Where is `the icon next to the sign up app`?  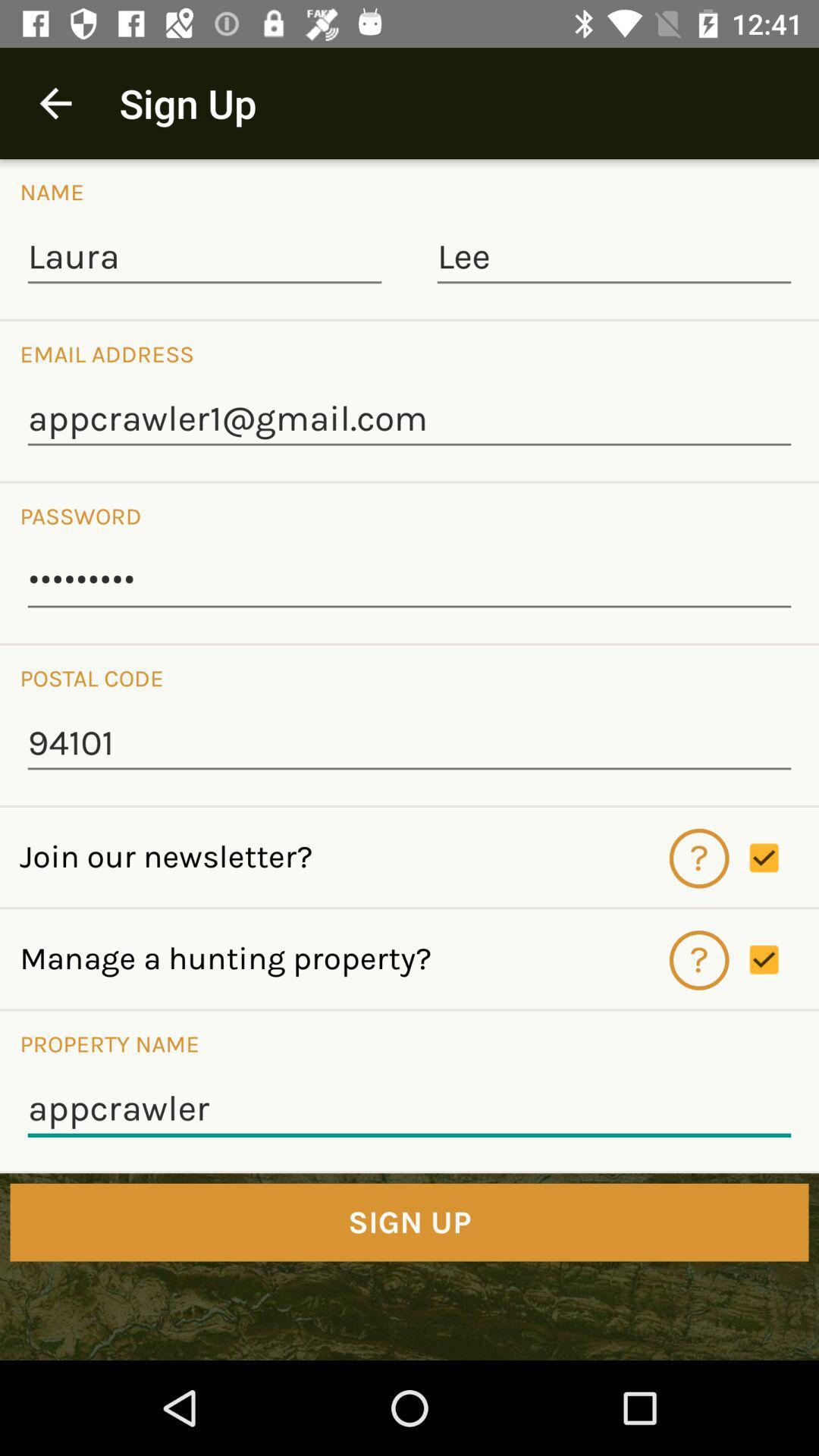
the icon next to the sign up app is located at coordinates (55, 102).